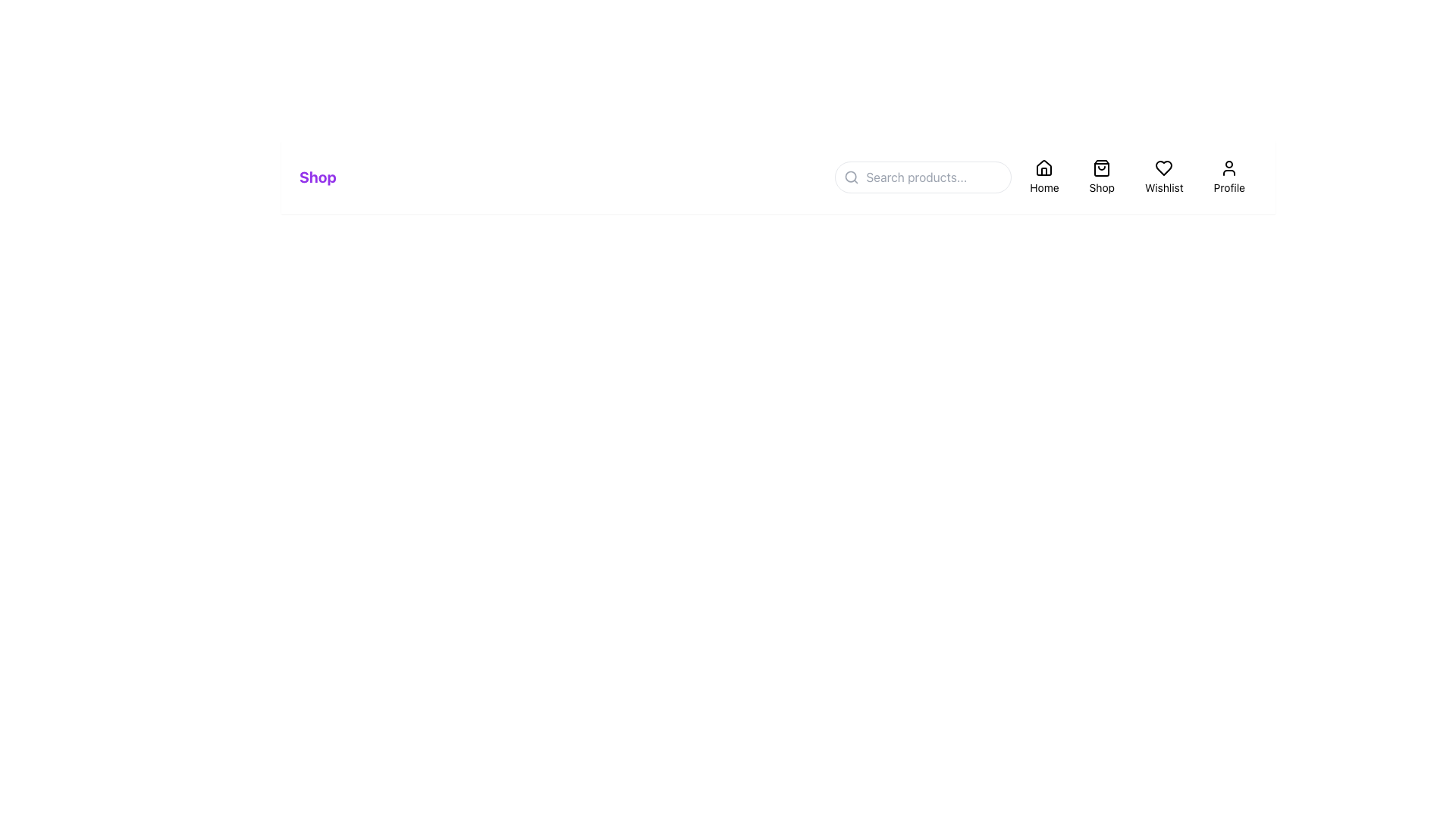 The width and height of the screenshot is (1456, 819). Describe the element at coordinates (1102, 168) in the screenshot. I see `the shopping bag icon in the navigation menu` at that location.